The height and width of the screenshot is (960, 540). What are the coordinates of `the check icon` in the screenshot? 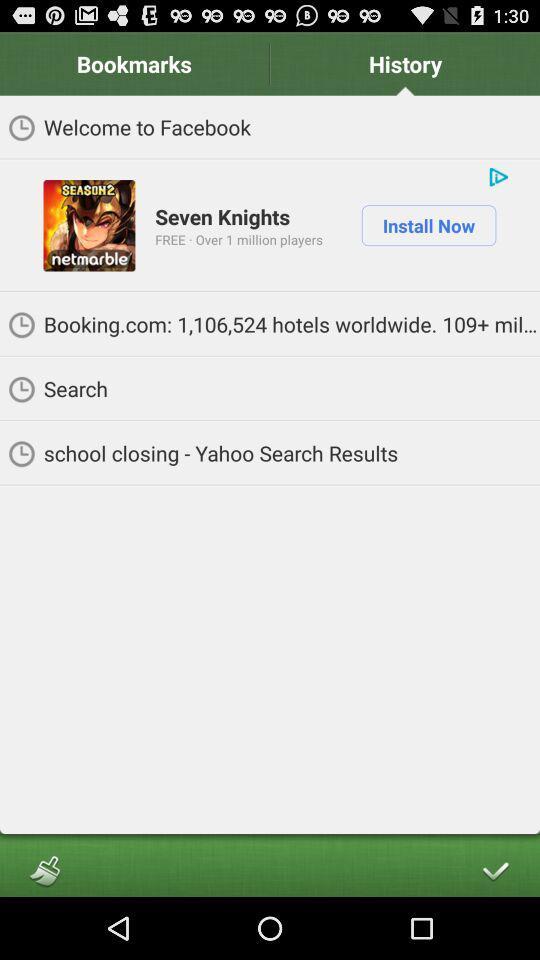 It's located at (494, 931).